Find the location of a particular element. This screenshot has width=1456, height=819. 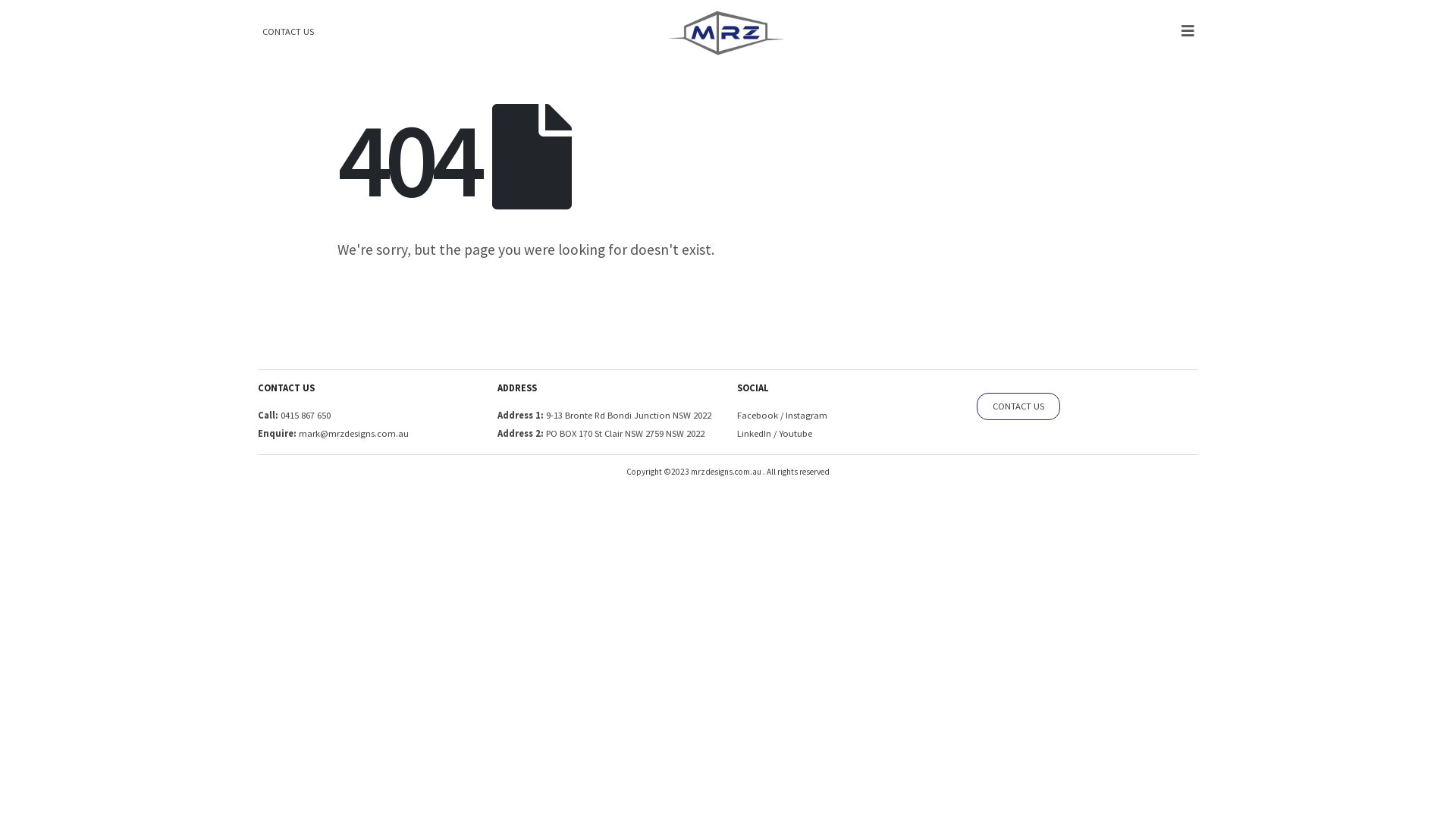

'Instagram' is located at coordinates (805, 415).